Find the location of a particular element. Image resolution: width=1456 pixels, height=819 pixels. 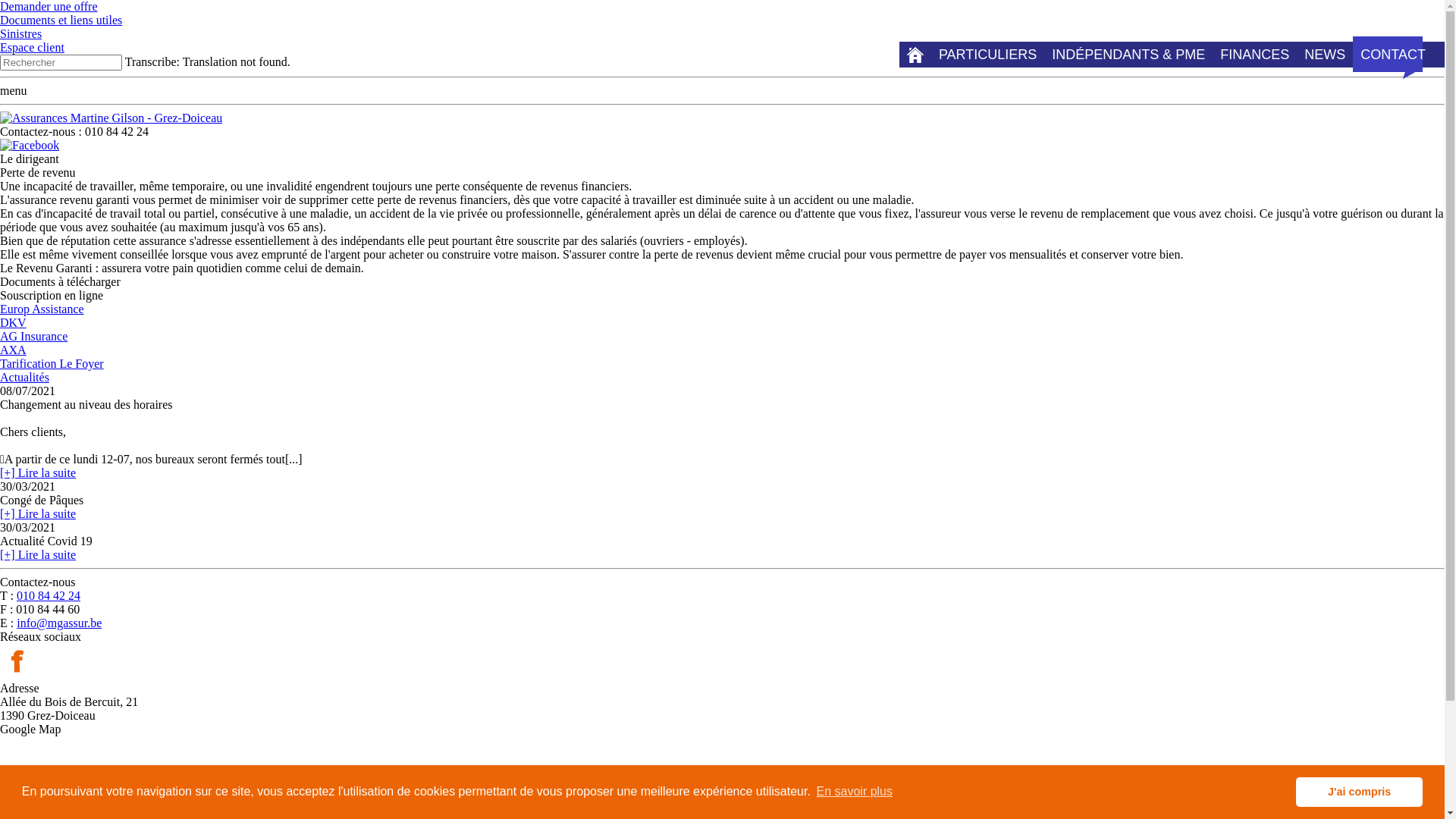

'AXA' is located at coordinates (13, 350).